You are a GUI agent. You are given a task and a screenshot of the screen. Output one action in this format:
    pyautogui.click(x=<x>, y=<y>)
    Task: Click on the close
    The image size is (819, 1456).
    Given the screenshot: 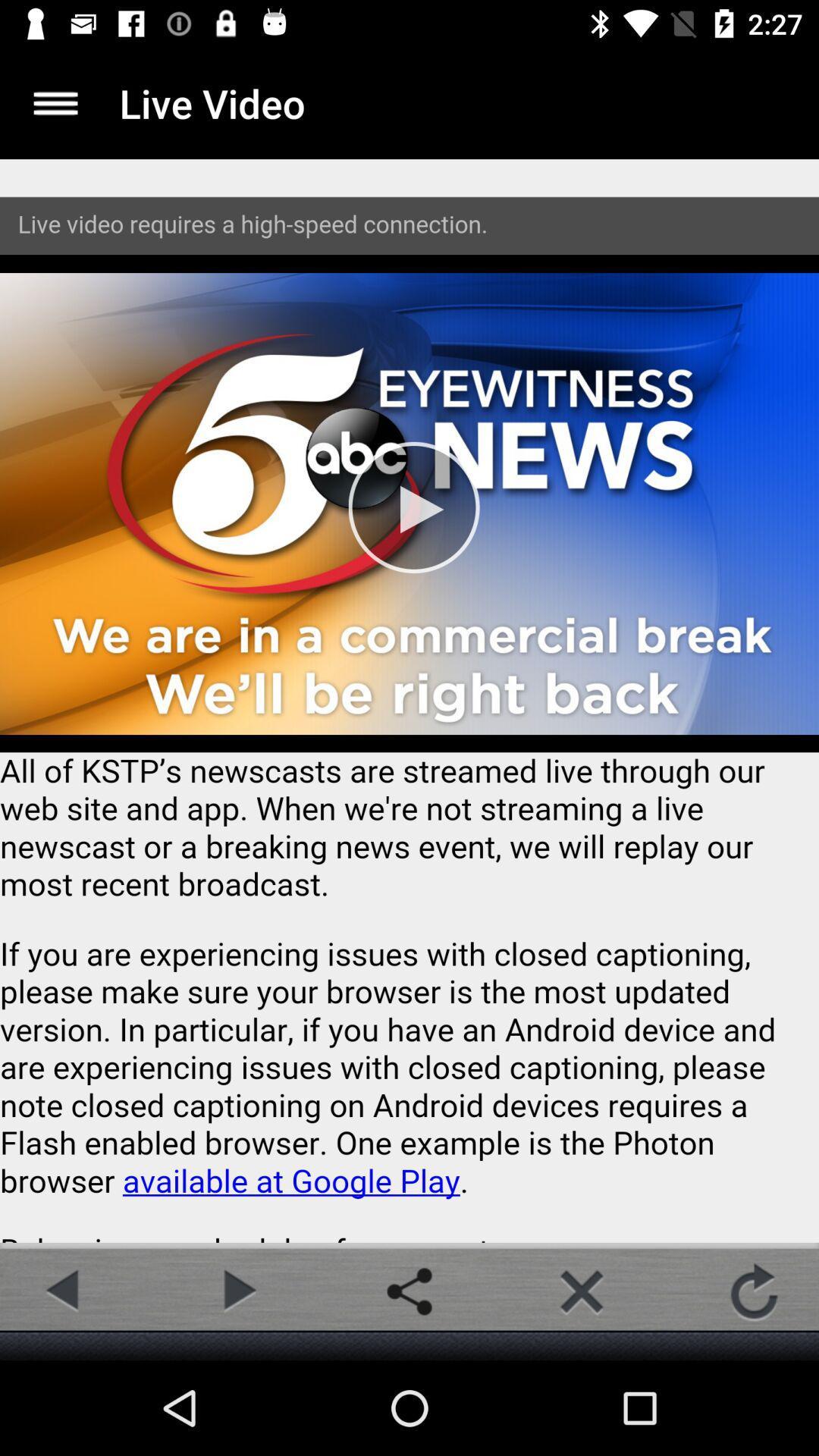 What is the action you would take?
    pyautogui.click(x=581, y=1291)
    